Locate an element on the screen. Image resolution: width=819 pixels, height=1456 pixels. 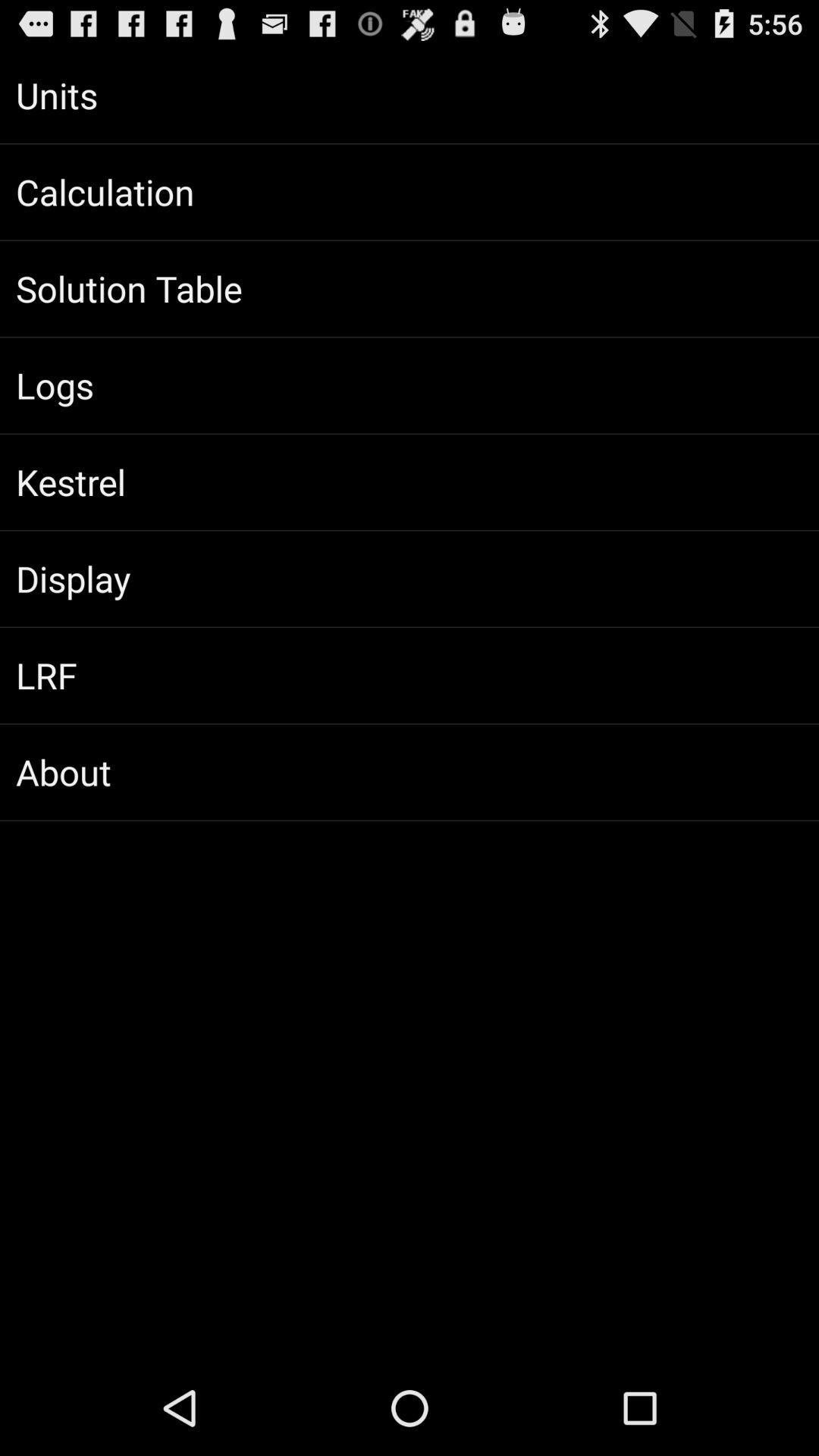
the icon below units item is located at coordinates (409, 191).